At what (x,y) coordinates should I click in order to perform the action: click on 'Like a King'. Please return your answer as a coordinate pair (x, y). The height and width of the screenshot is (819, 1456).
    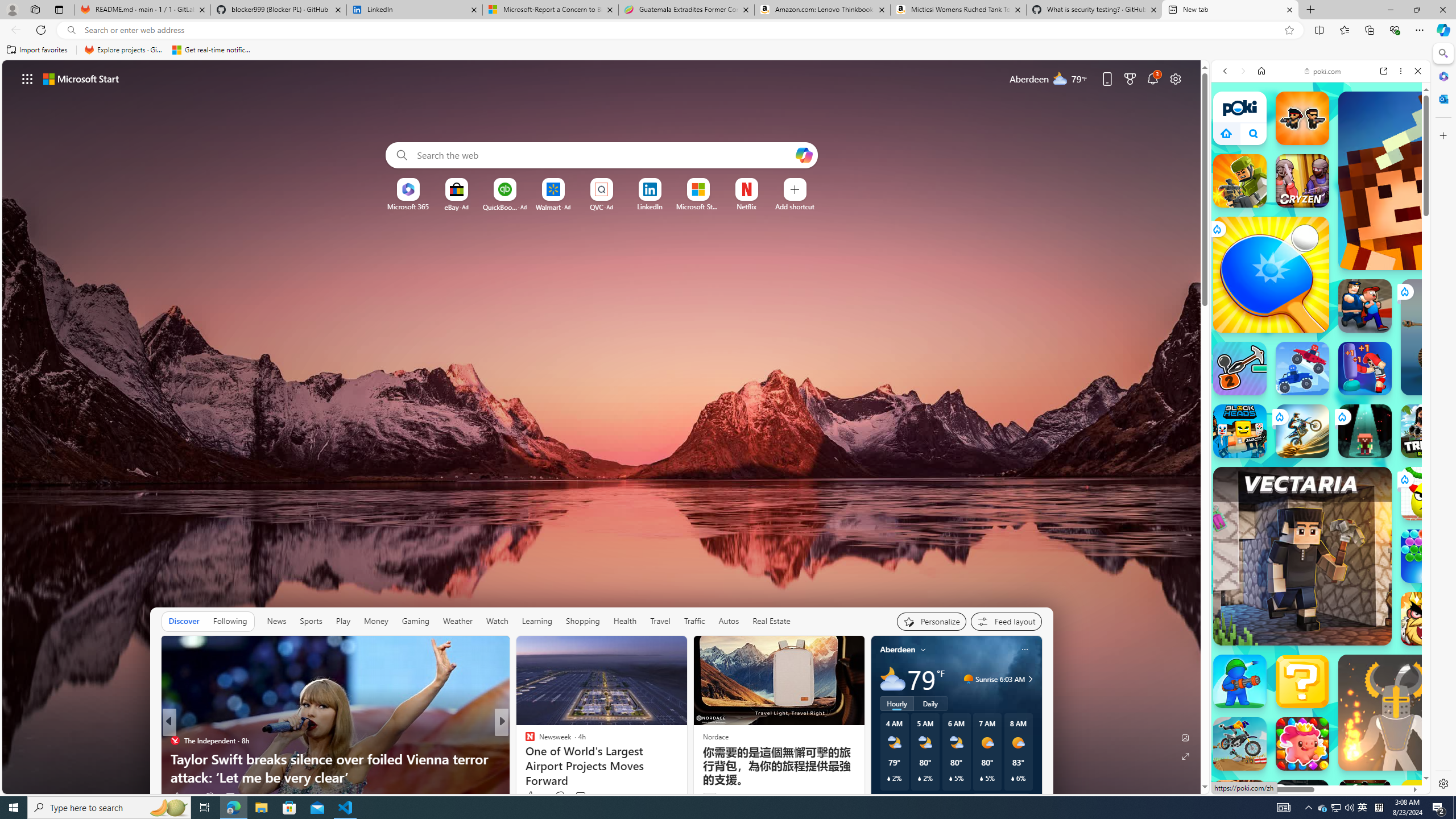
    Looking at the image, I should click on (1428, 618).